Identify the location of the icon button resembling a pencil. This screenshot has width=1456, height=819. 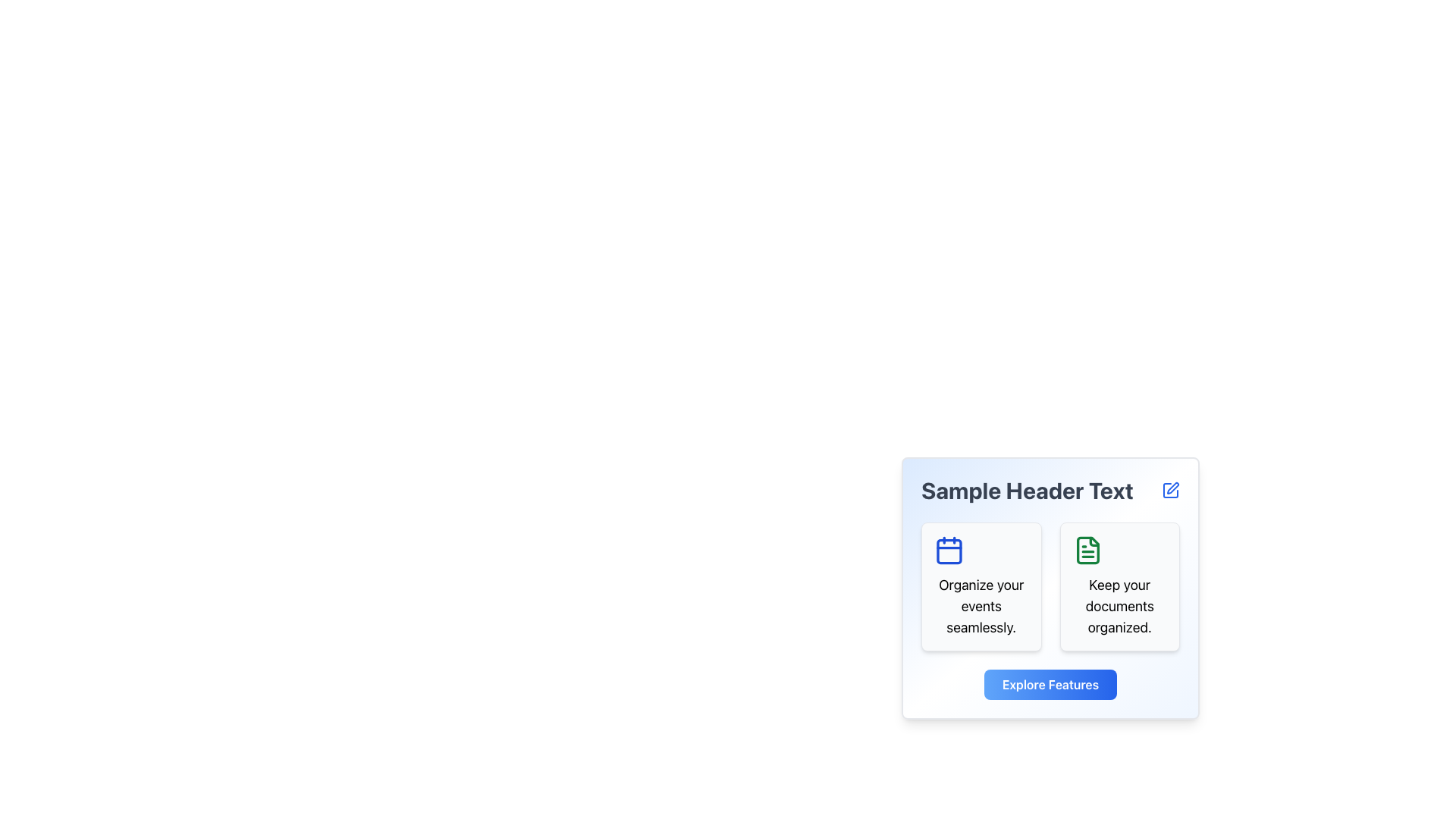
(1170, 491).